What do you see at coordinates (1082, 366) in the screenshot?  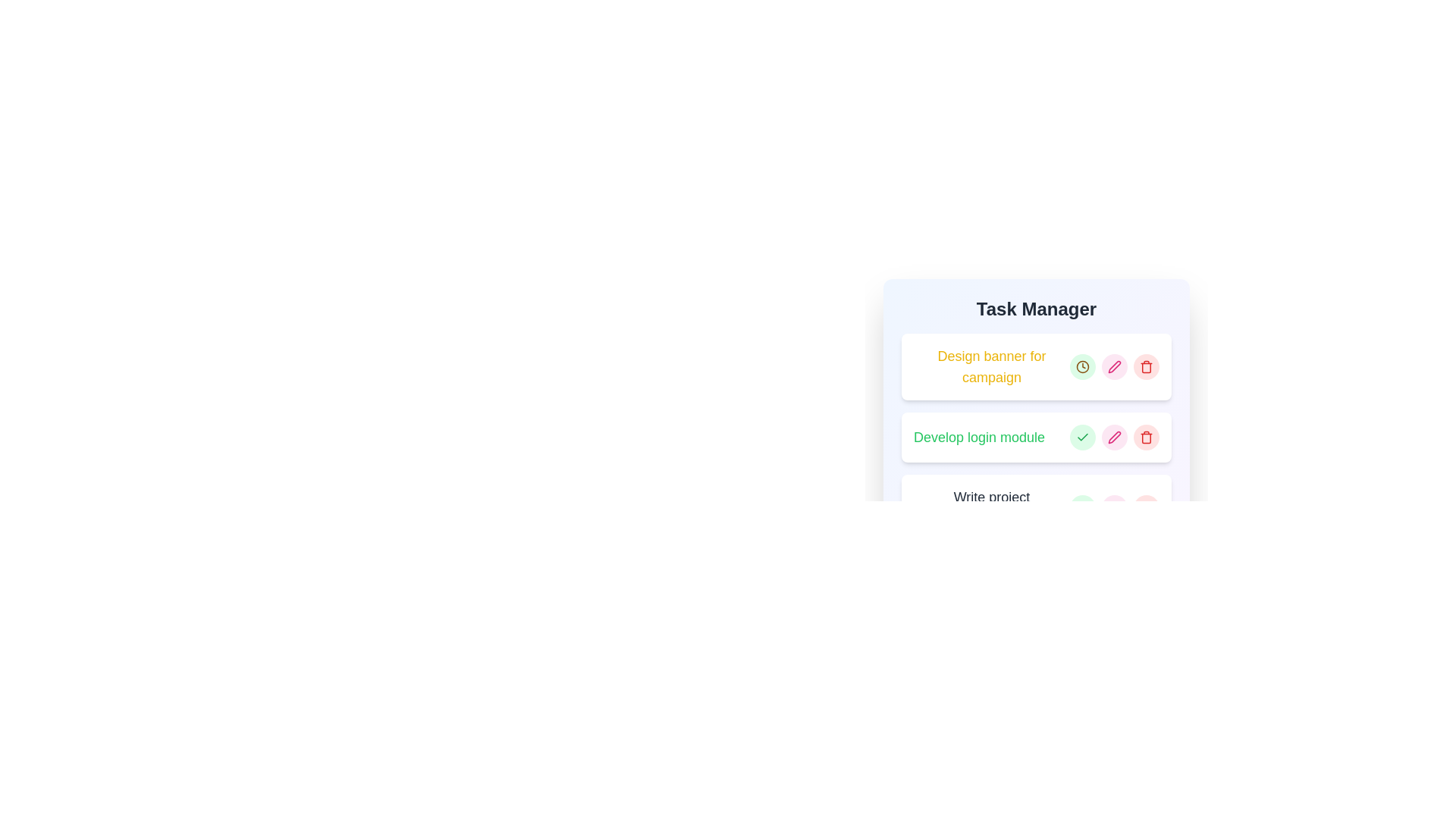 I see `the first circular interactive button with a green background and a clock icon, associated with the task 'Design banner for campaign' in the 'Task Manager' interface` at bounding box center [1082, 366].